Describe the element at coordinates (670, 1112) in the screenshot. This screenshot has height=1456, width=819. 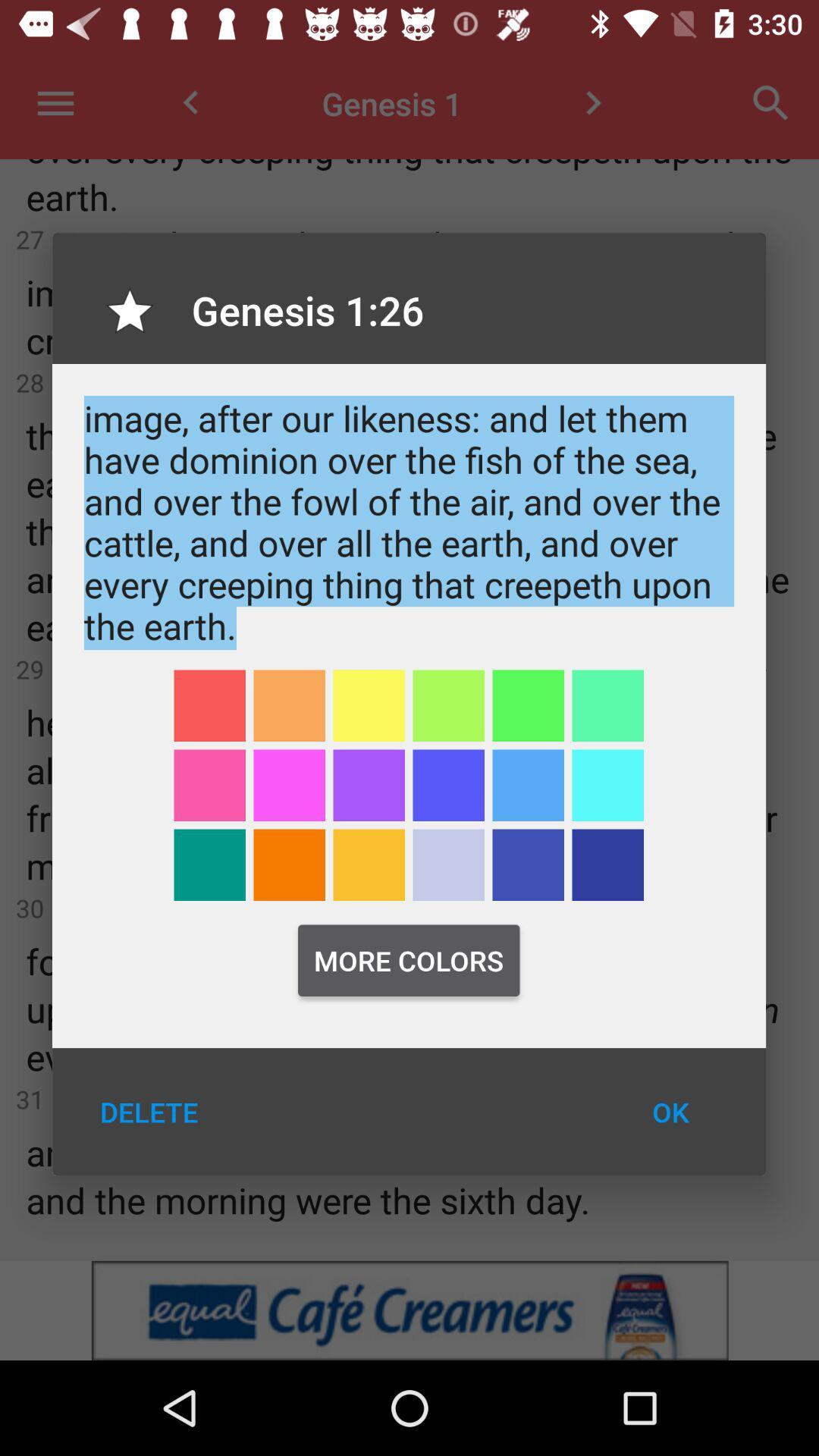
I see `icon at the bottom right corner` at that location.